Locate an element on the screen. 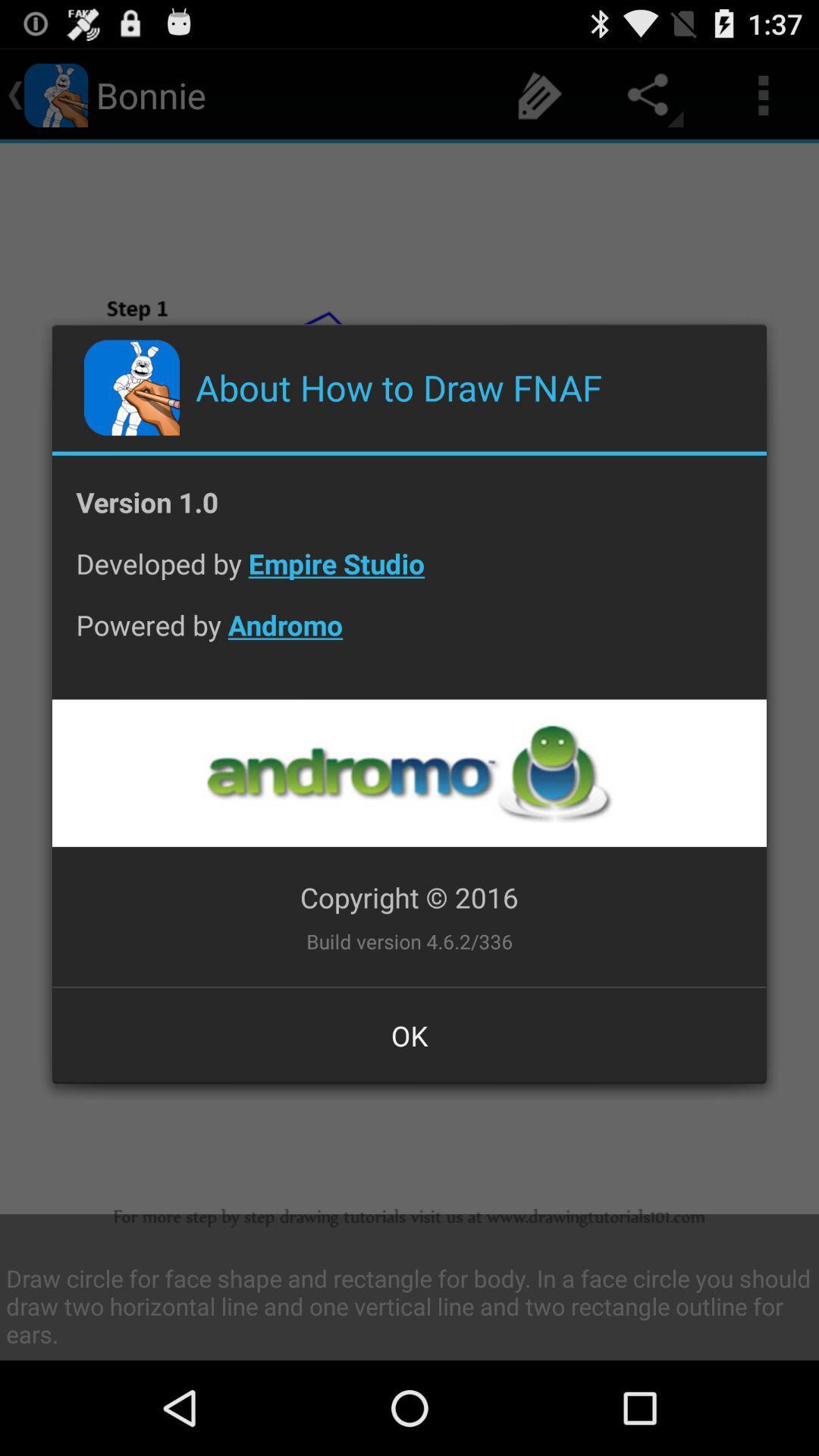 The height and width of the screenshot is (1456, 819). the app below the build version 4 icon is located at coordinates (409, 1034).